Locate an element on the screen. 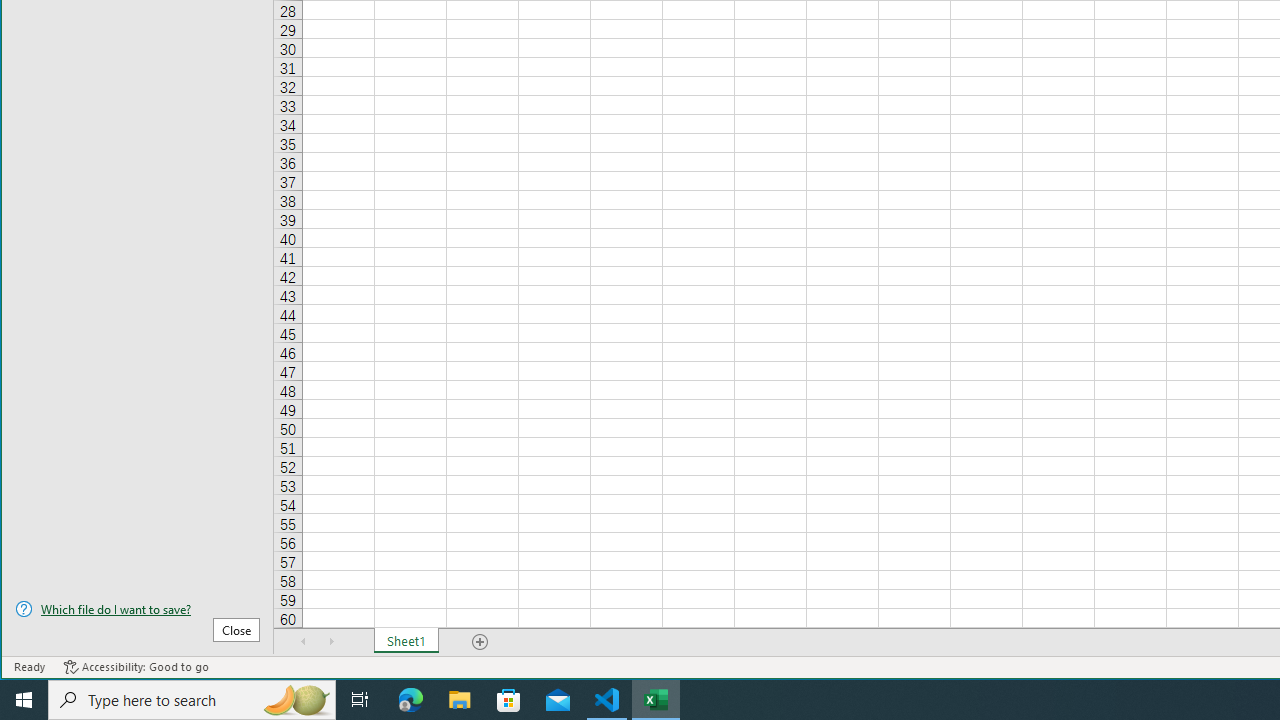 Image resolution: width=1280 pixels, height=720 pixels. 'Type here to search' is located at coordinates (192, 698).